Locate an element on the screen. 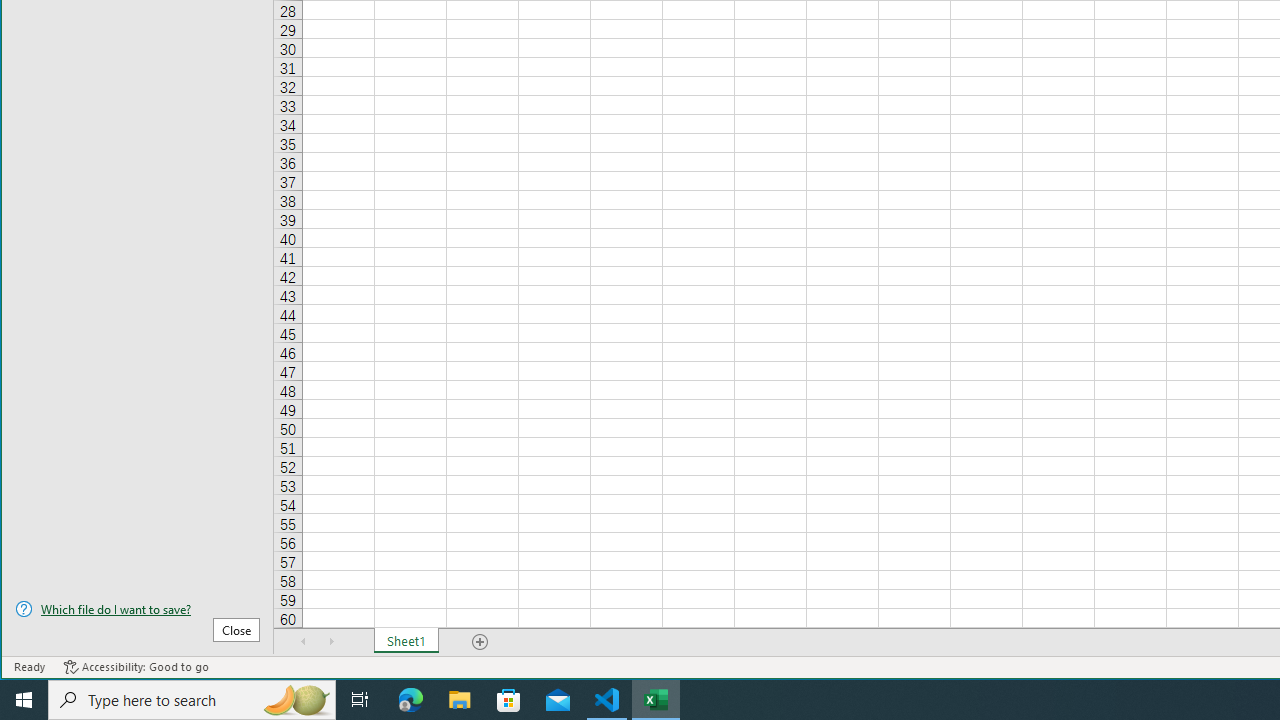 Image resolution: width=1280 pixels, height=720 pixels. 'Type here to search' is located at coordinates (192, 698).